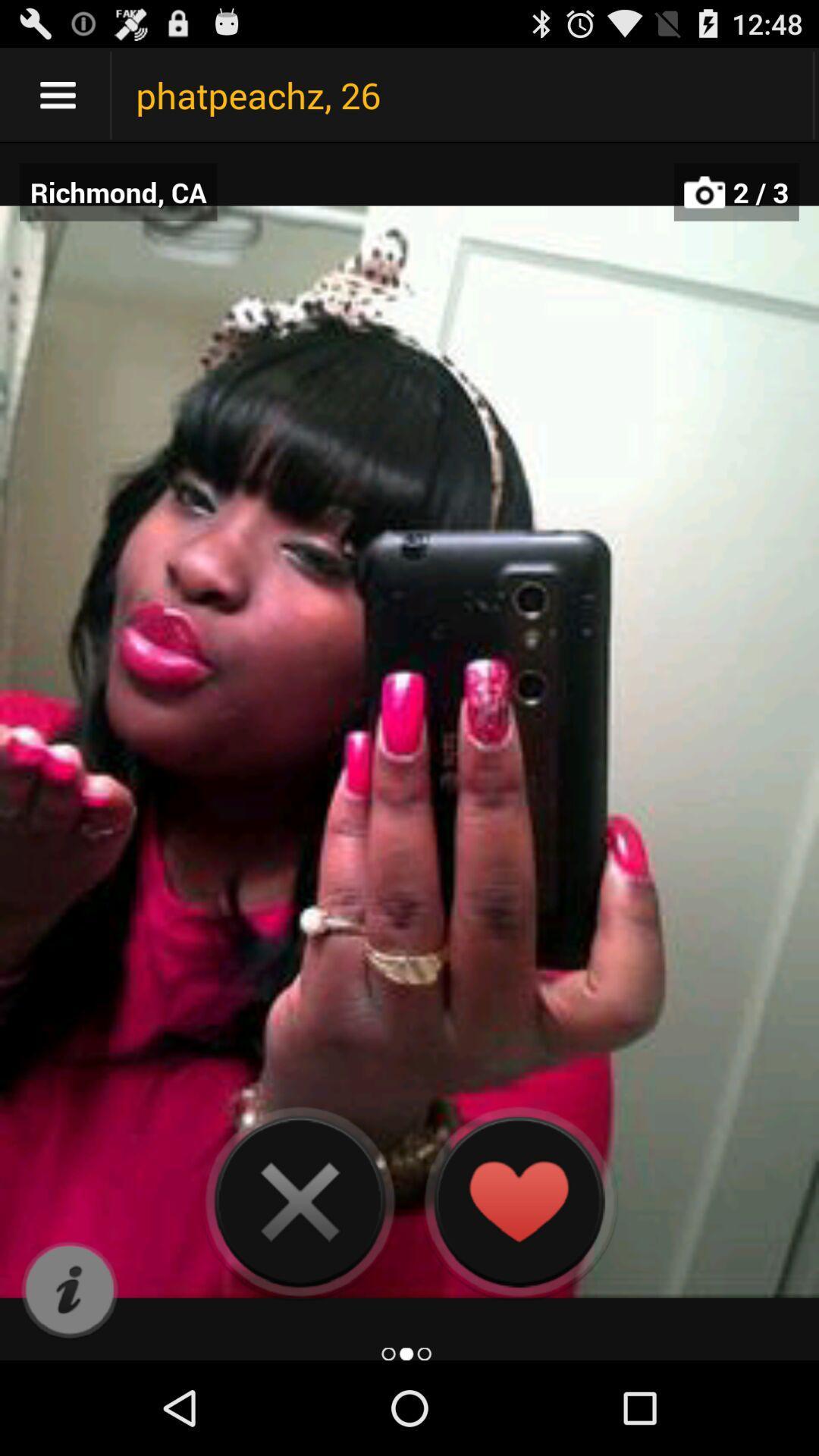 Image resolution: width=819 pixels, height=1456 pixels. I want to click on app below richmond, ca icon, so click(69, 1290).